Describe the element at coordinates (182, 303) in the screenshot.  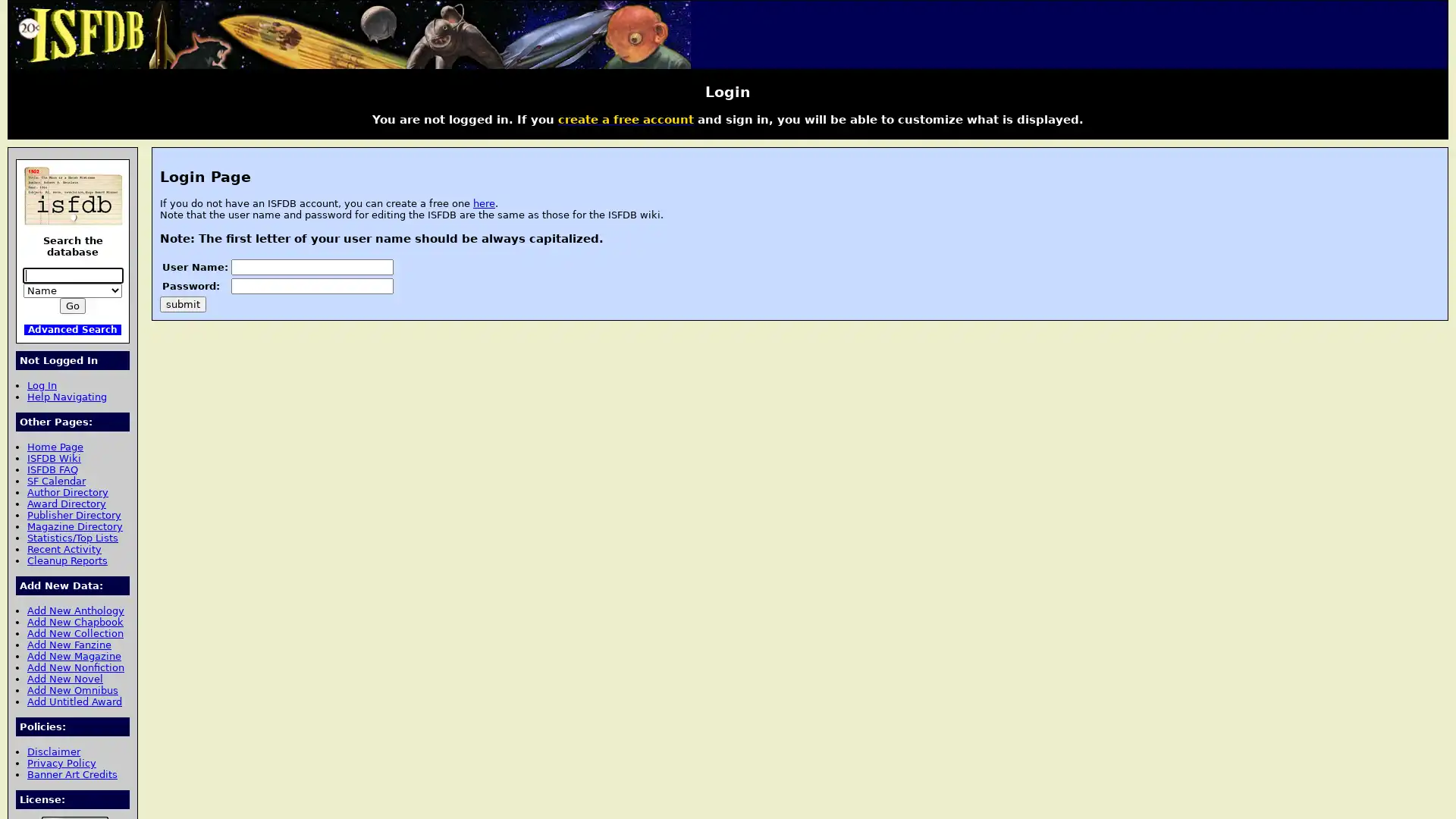
I see `submit` at that location.